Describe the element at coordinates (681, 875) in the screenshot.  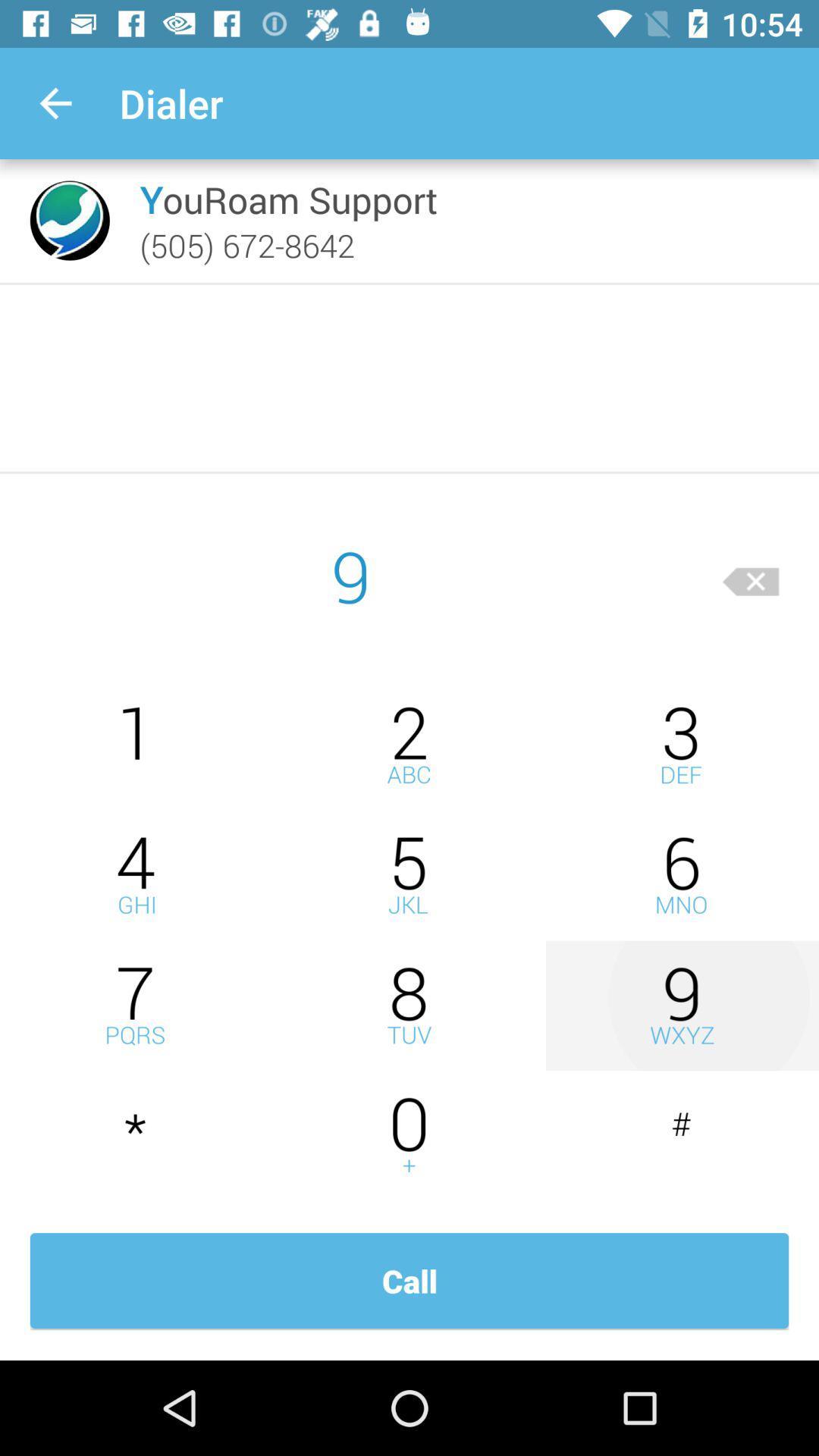
I see `six` at that location.